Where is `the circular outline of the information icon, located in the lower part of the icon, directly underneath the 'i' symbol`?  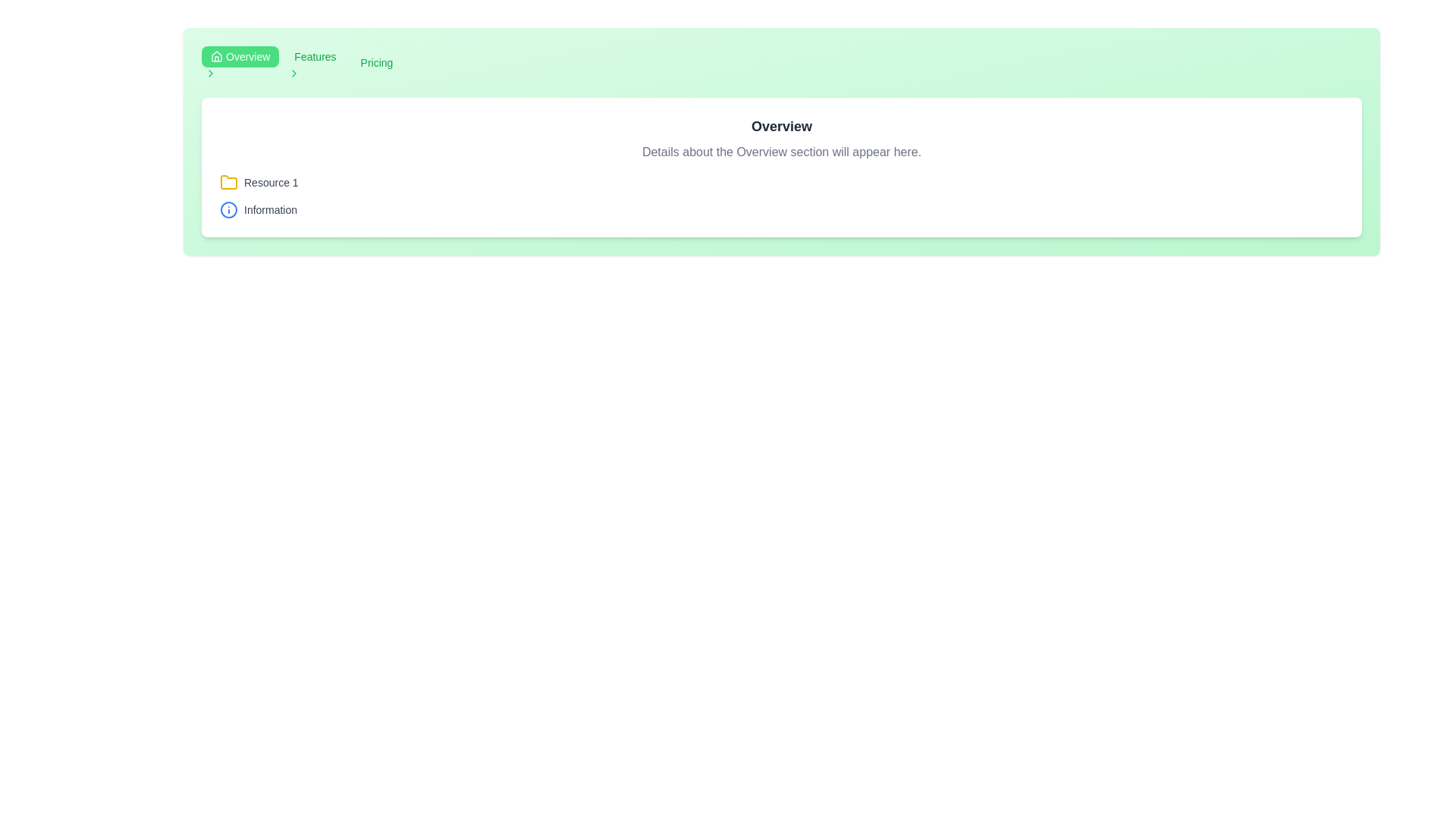 the circular outline of the information icon, located in the lower part of the icon, directly underneath the 'i' symbol is located at coordinates (228, 210).